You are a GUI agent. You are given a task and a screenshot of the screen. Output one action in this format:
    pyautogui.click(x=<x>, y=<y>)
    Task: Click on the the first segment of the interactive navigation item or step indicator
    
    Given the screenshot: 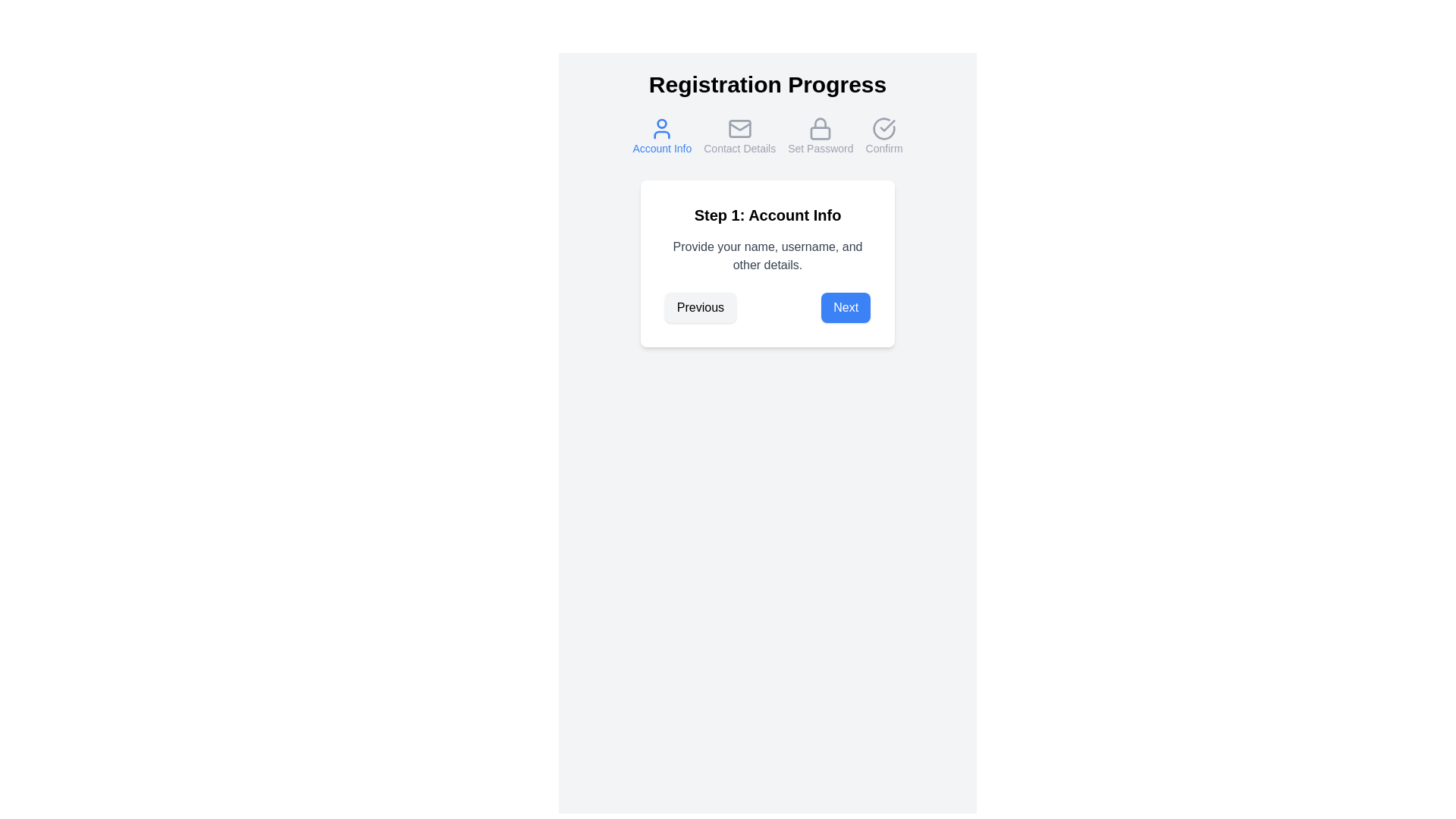 What is the action you would take?
    pyautogui.click(x=662, y=136)
    